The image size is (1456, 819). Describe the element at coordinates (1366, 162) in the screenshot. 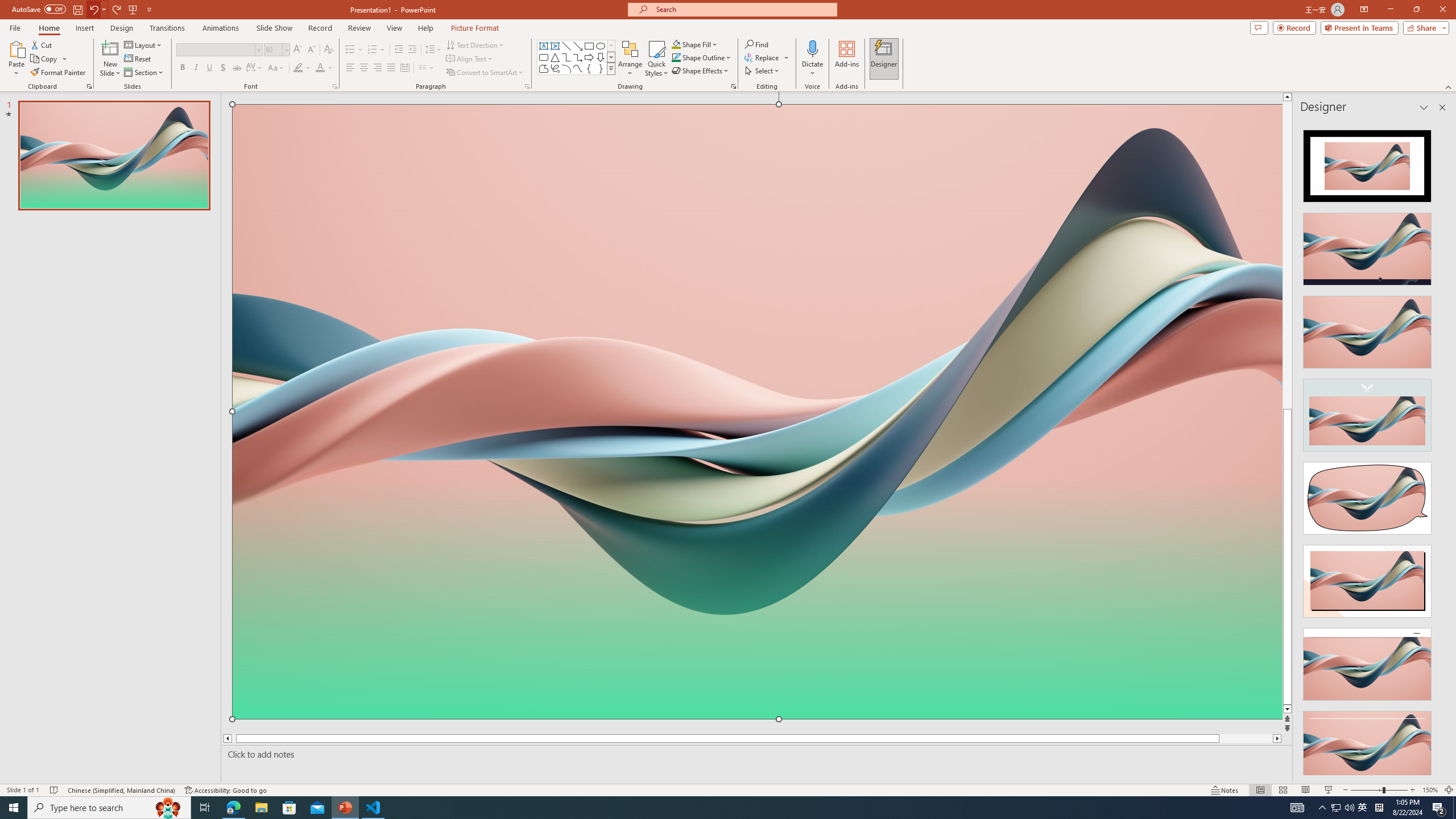

I see `'Recommended Design: Design Idea'` at that location.